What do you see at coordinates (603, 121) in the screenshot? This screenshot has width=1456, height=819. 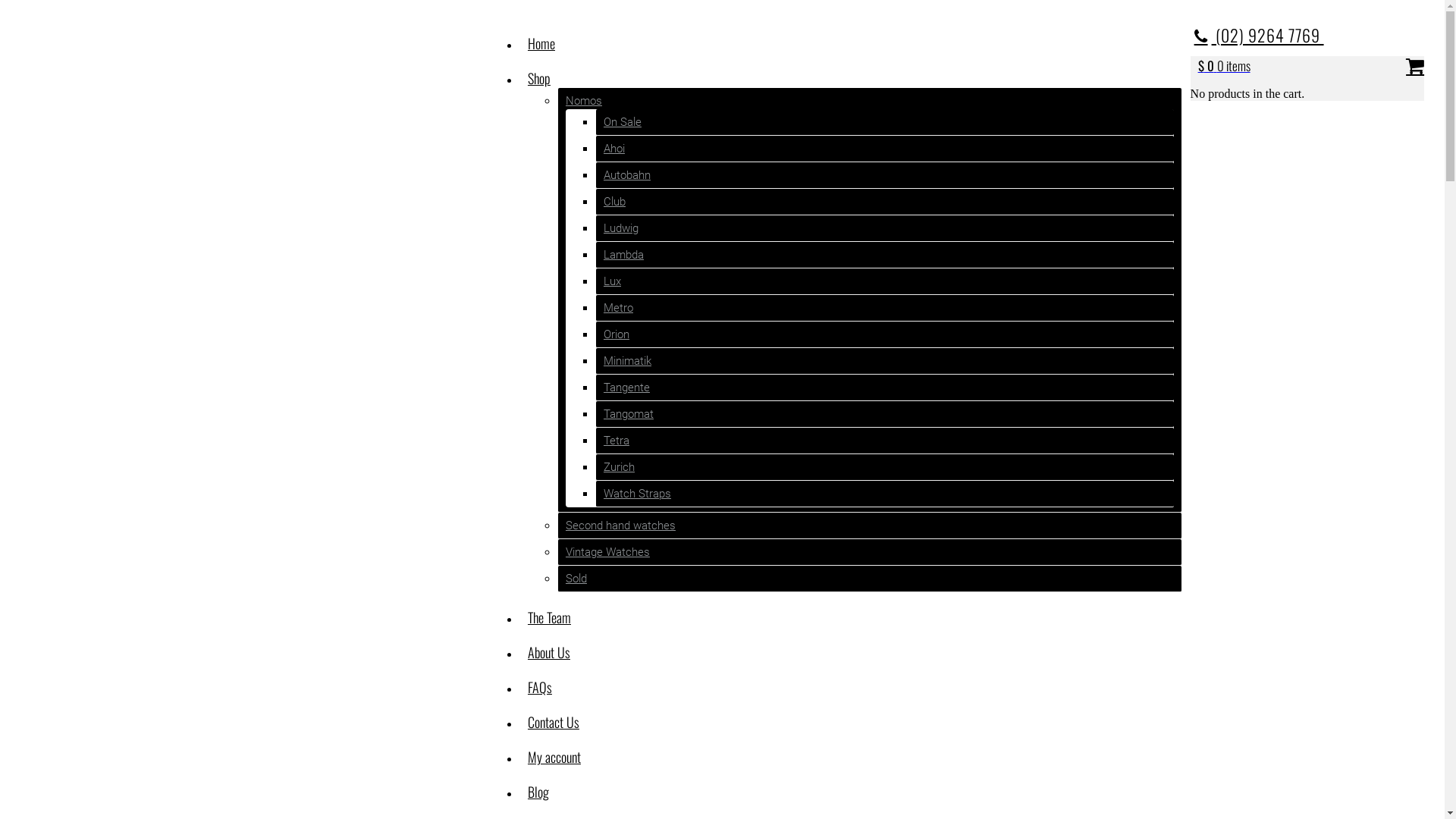 I see `'On Sale'` at bounding box center [603, 121].